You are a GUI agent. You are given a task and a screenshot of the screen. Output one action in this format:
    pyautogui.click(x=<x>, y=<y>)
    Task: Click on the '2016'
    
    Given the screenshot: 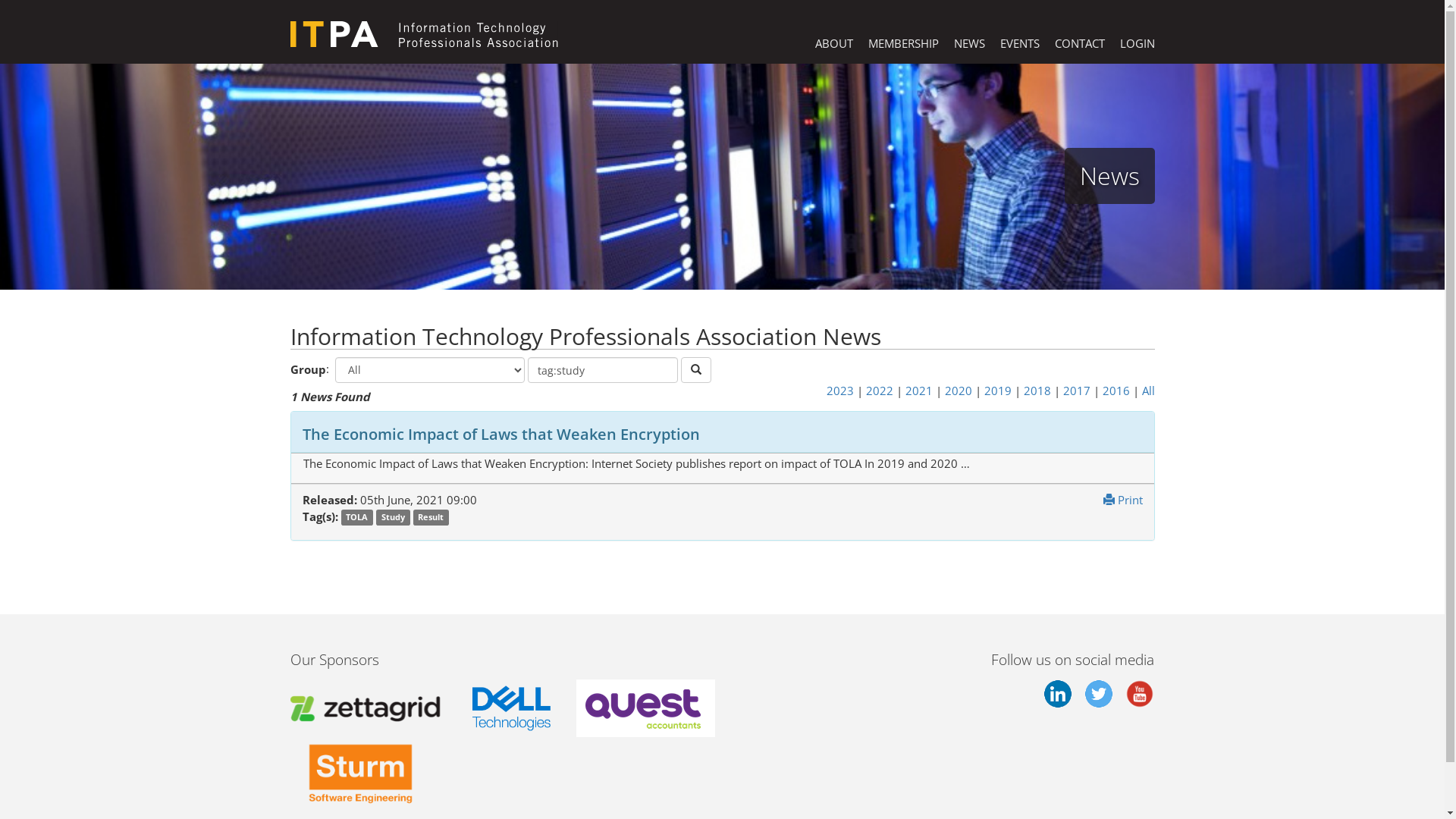 What is the action you would take?
    pyautogui.click(x=1116, y=390)
    